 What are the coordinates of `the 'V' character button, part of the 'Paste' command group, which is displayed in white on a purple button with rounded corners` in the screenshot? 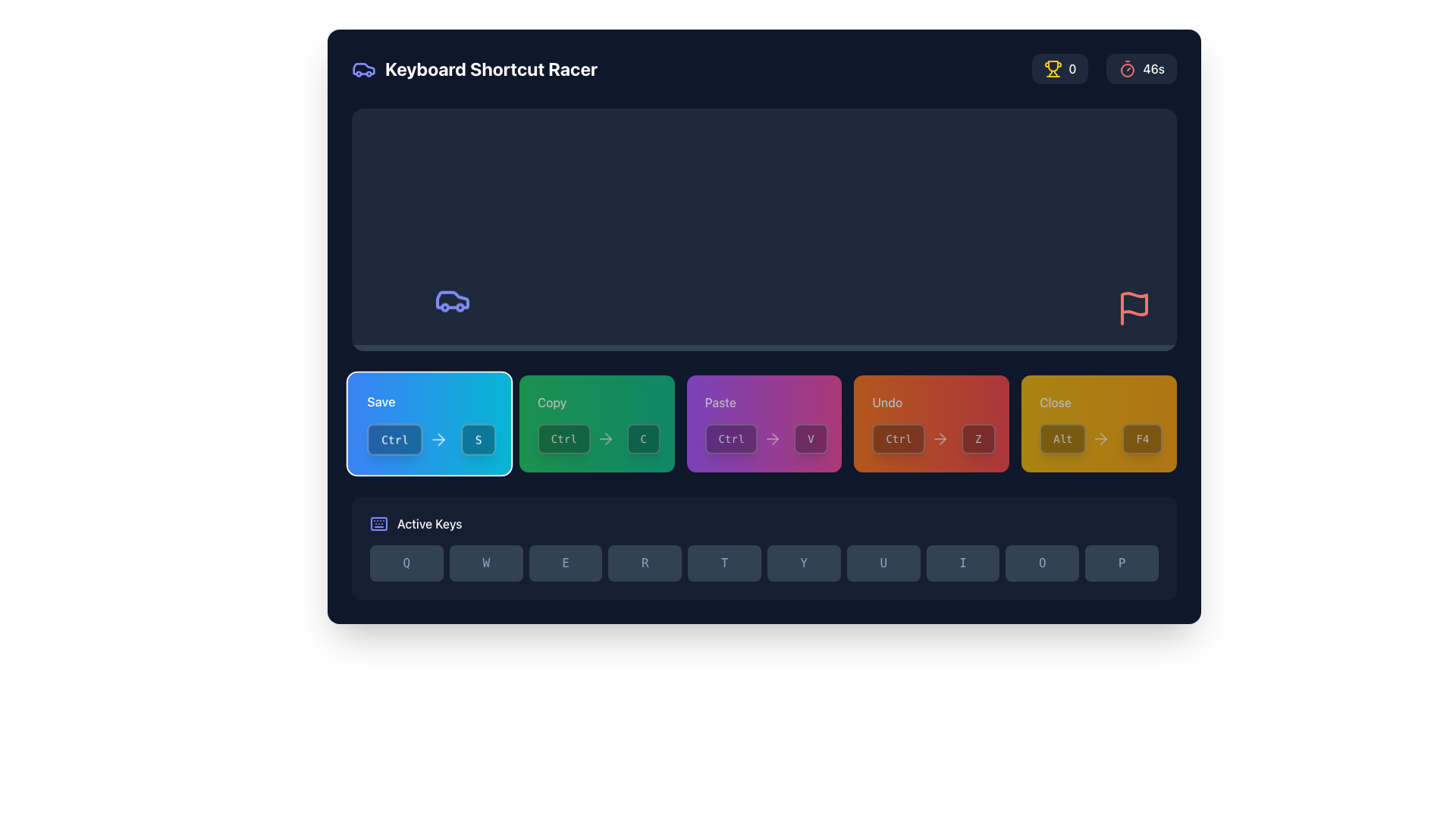 It's located at (810, 438).